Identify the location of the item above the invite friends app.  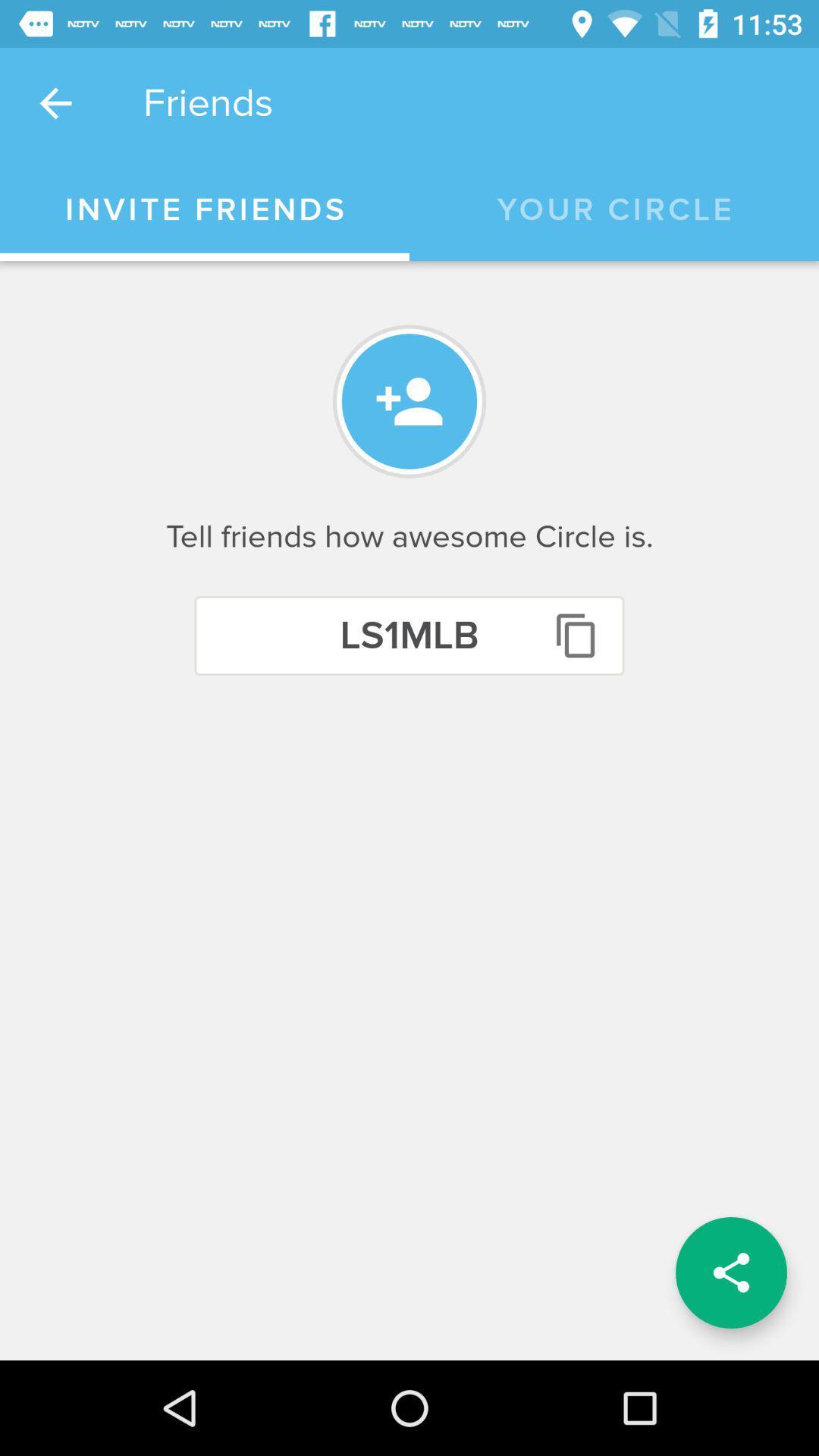
(55, 102).